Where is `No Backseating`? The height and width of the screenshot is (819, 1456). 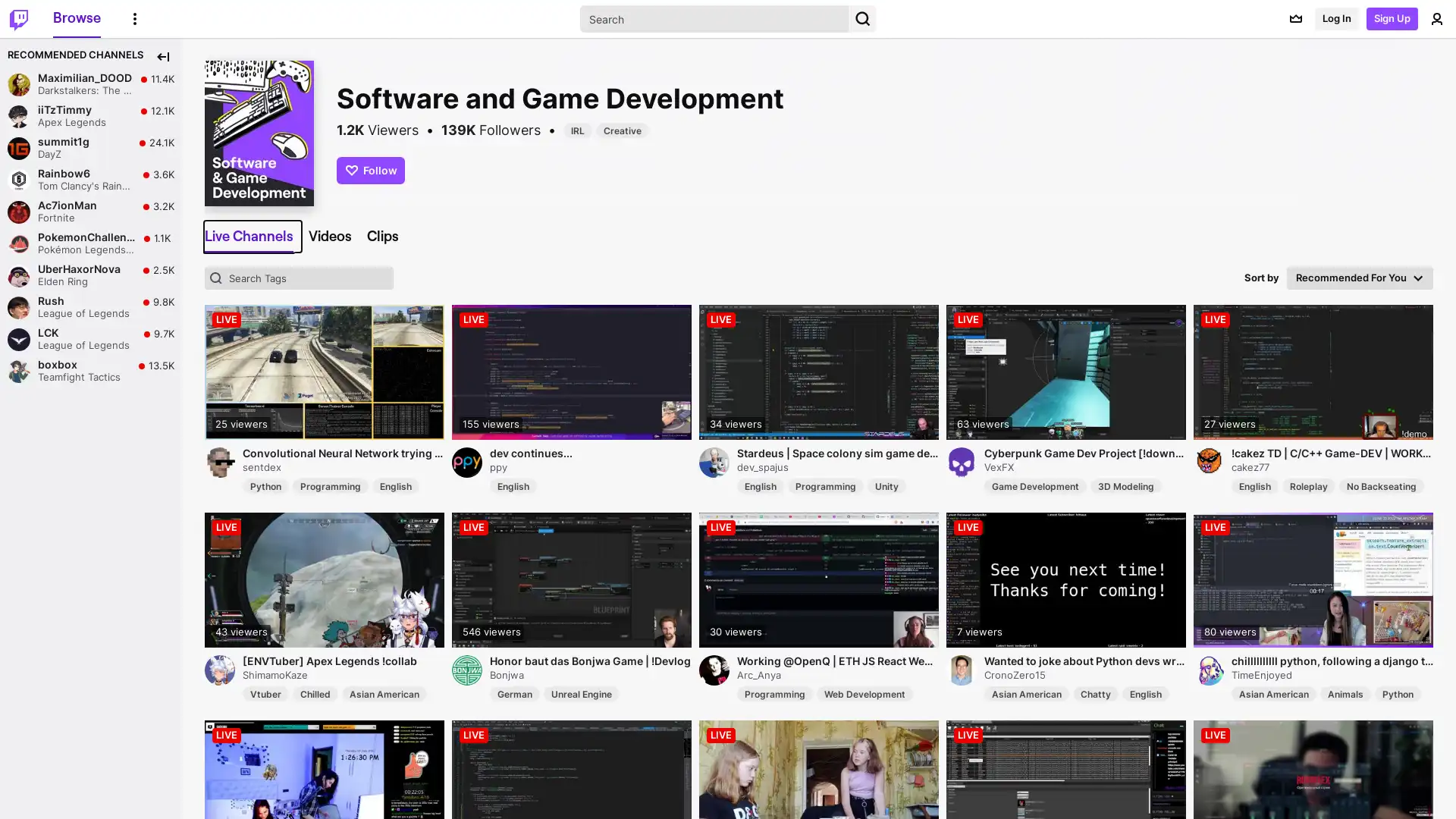 No Backseating is located at coordinates (1382, 485).